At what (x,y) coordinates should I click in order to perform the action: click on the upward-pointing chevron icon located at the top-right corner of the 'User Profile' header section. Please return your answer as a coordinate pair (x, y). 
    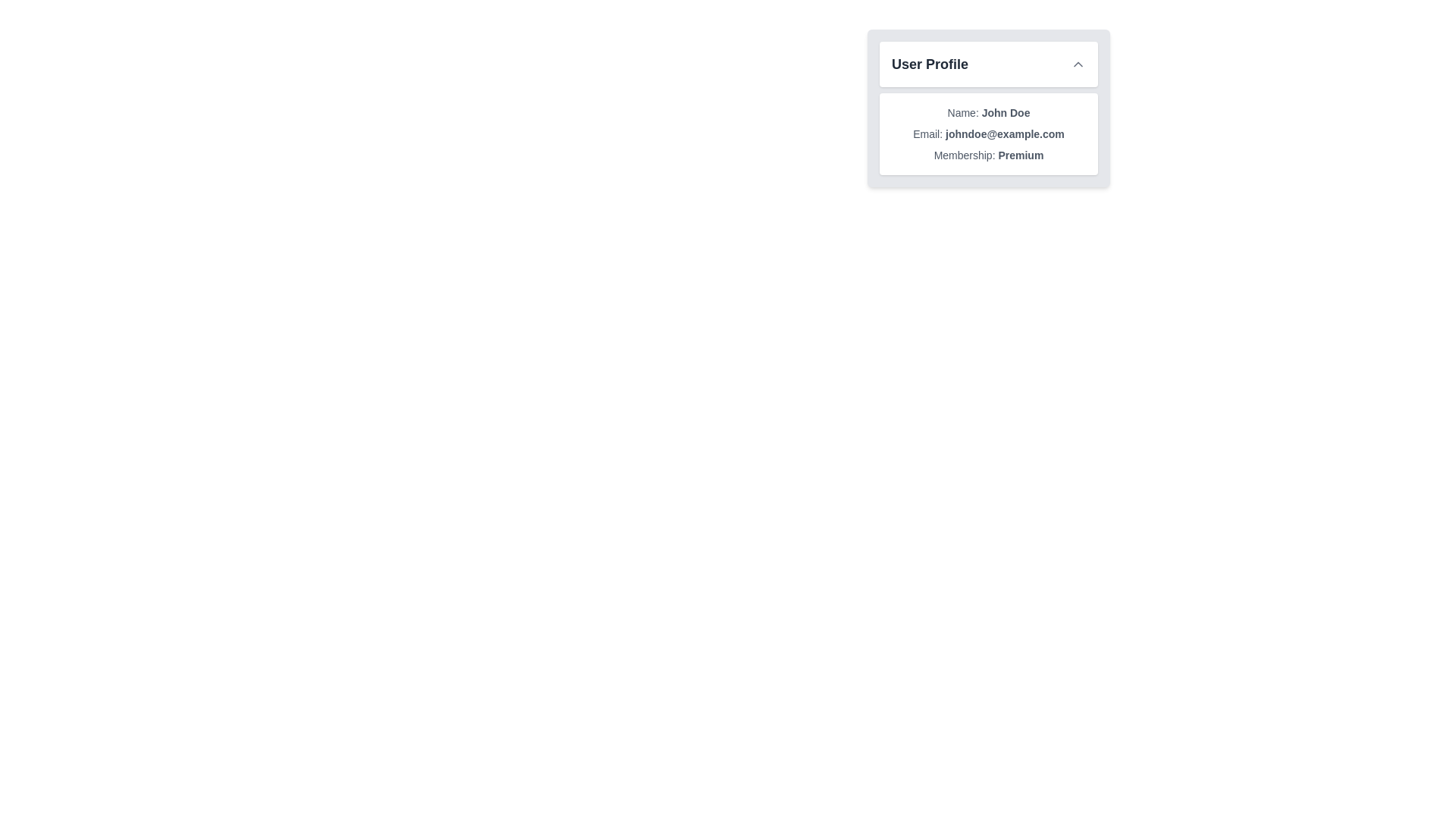
    Looking at the image, I should click on (1077, 63).